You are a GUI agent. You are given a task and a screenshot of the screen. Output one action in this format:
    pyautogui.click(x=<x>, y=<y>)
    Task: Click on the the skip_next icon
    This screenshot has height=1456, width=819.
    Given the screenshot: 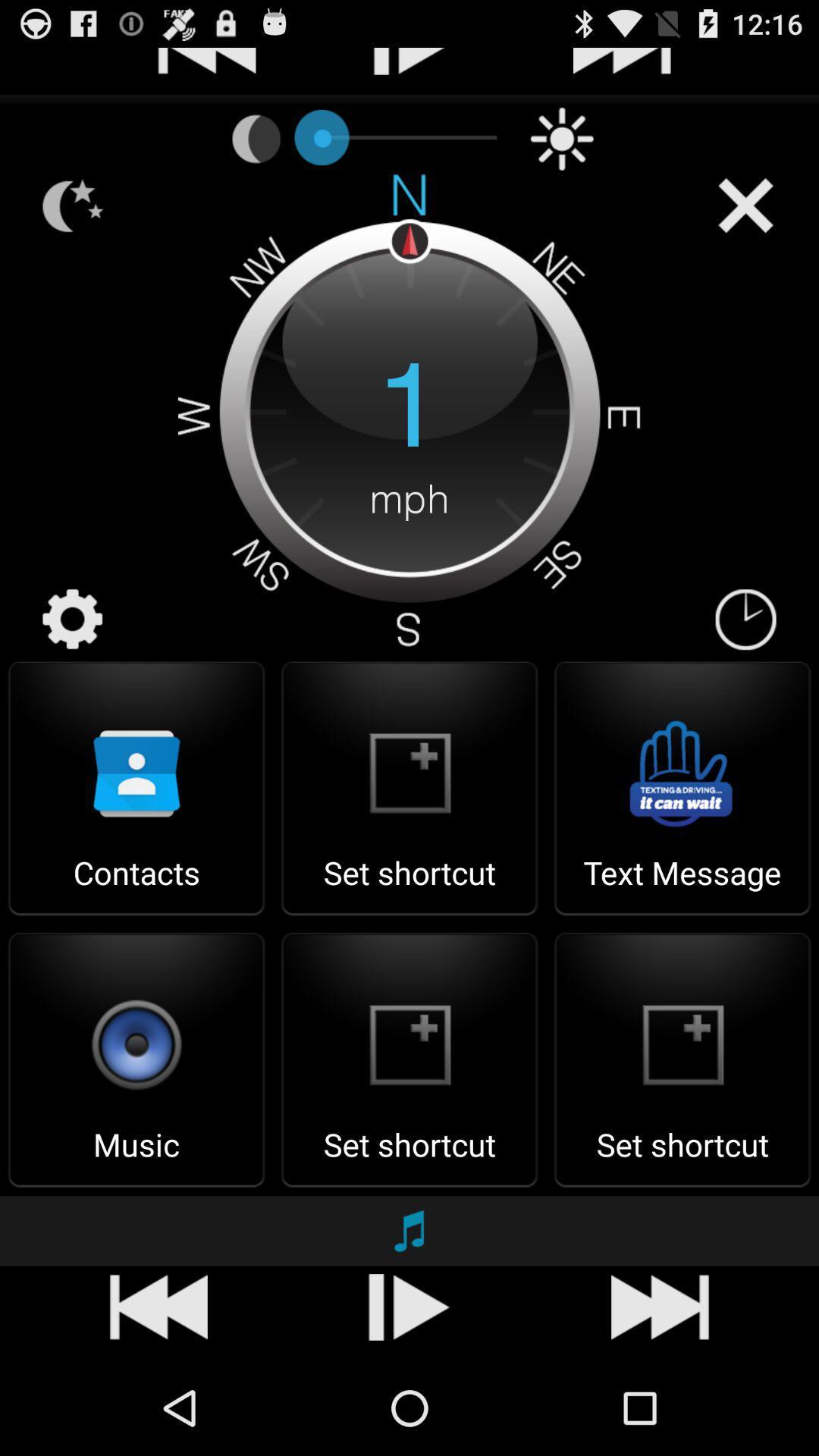 What is the action you would take?
    pyautogui.click(x=414, y=1398)
    